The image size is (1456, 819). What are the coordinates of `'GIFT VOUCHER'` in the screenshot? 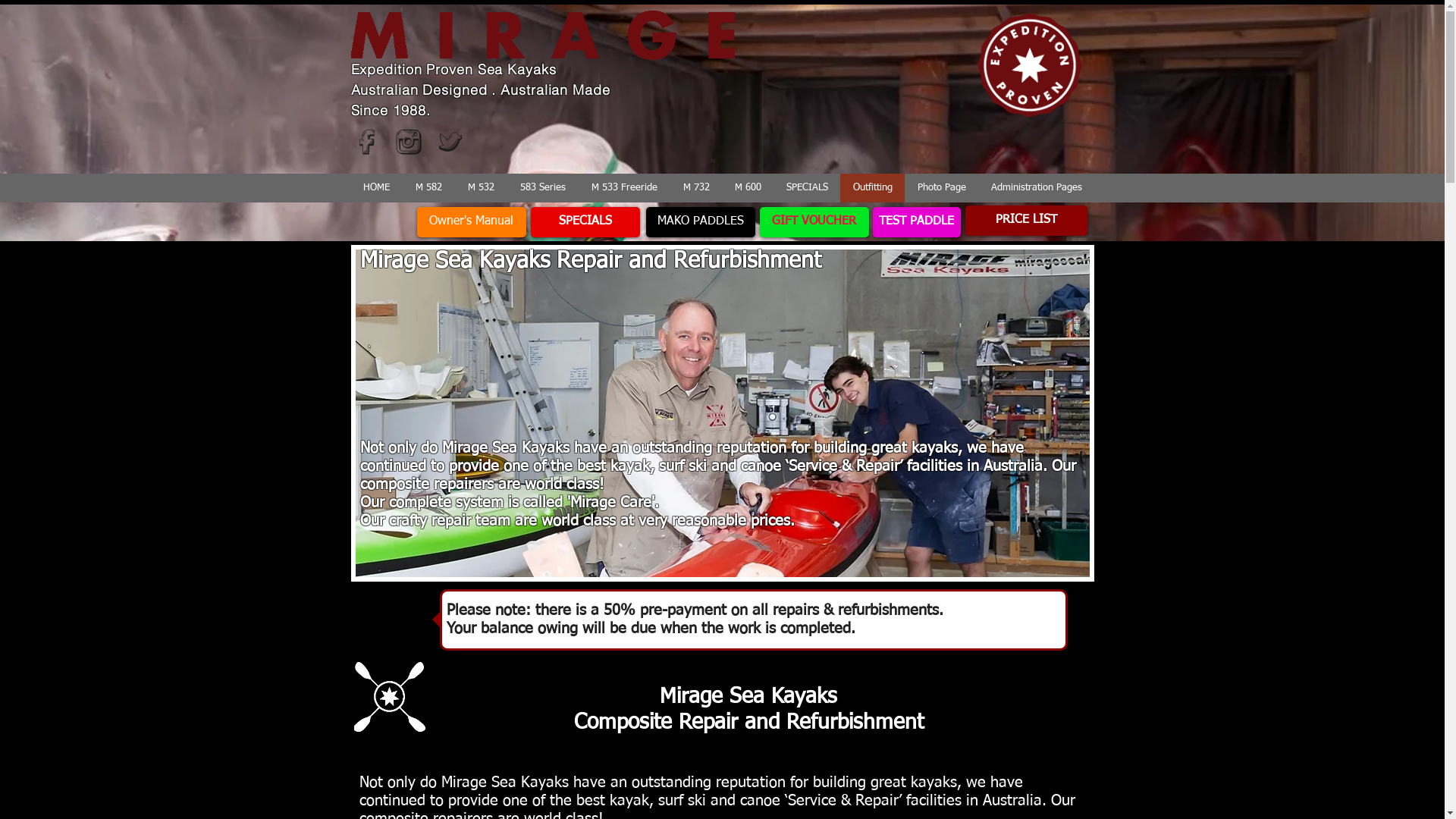 It's located at (814, 222).